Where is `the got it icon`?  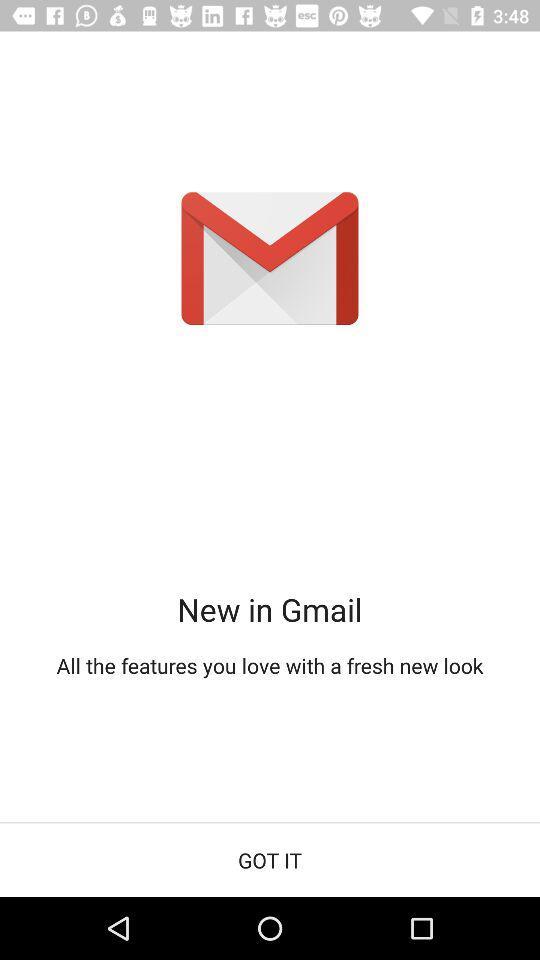
the got it icon is located at coordinates (270, 859).